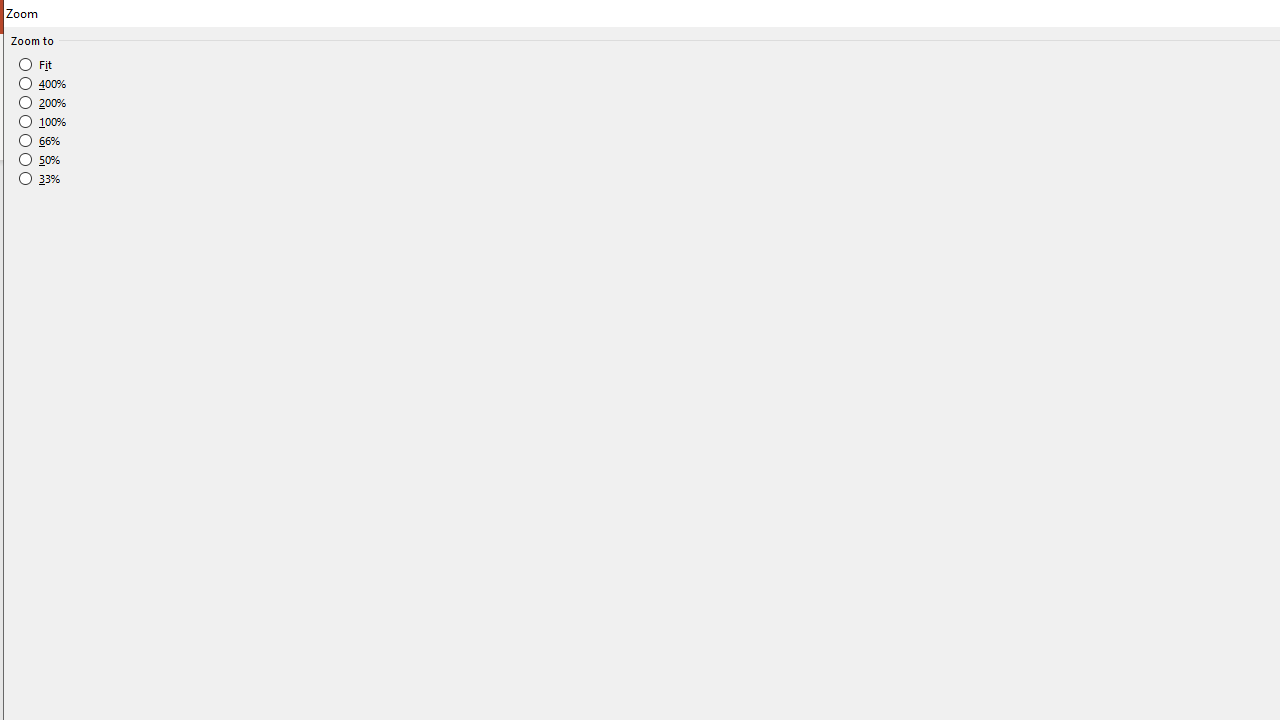  I want to click on '33%', so click(40, 178).